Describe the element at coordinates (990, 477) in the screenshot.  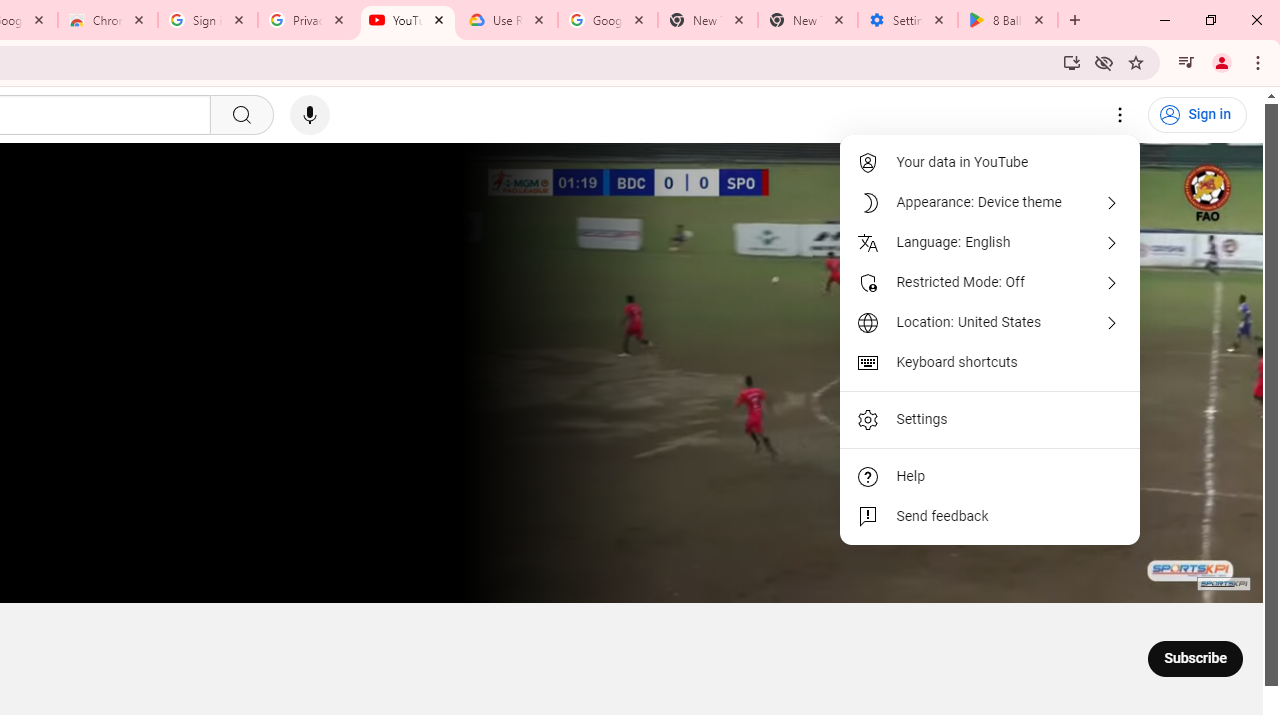
I see `'Help'` at that location.